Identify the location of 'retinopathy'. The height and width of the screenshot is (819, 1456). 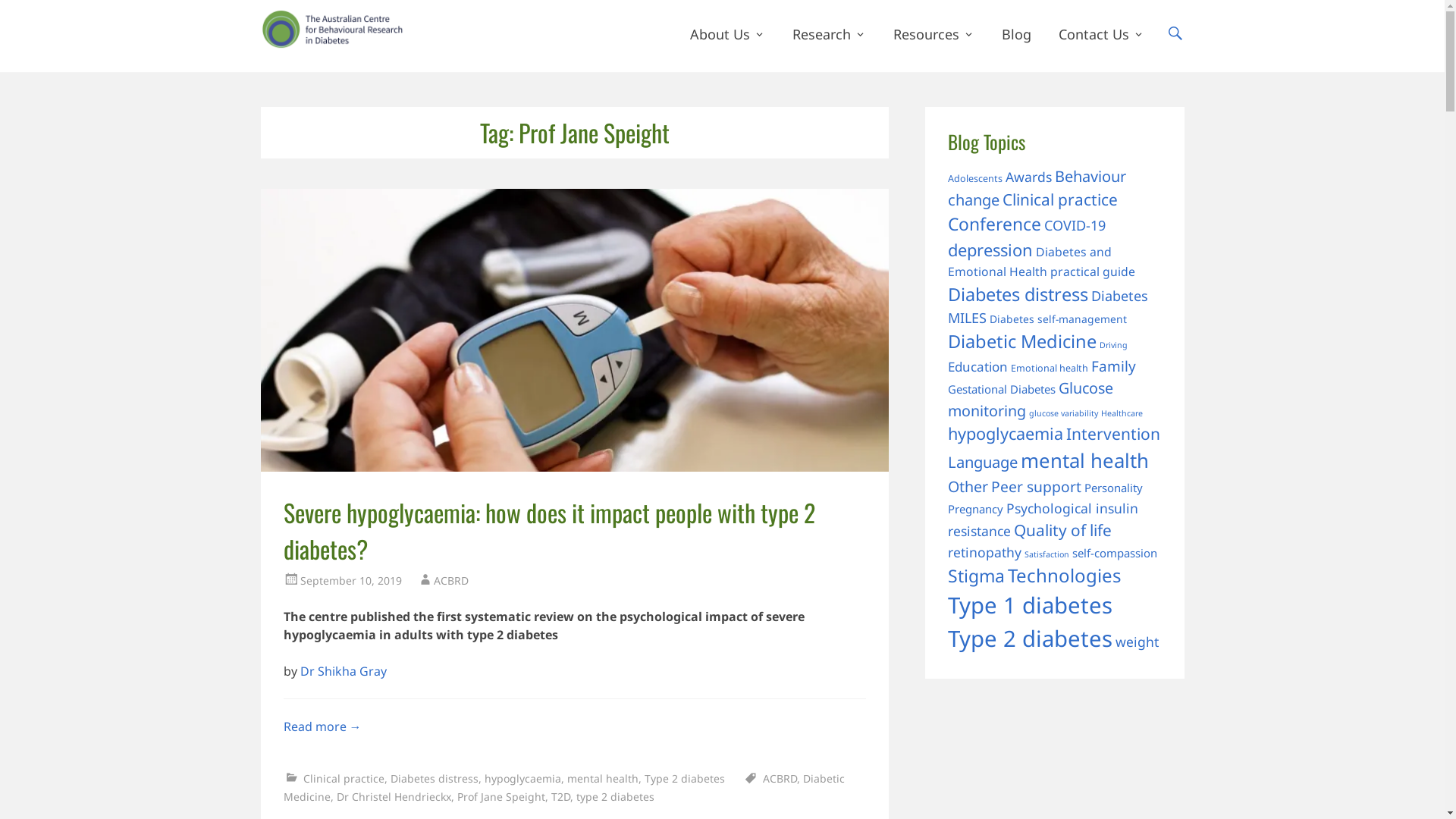
(984, 552).